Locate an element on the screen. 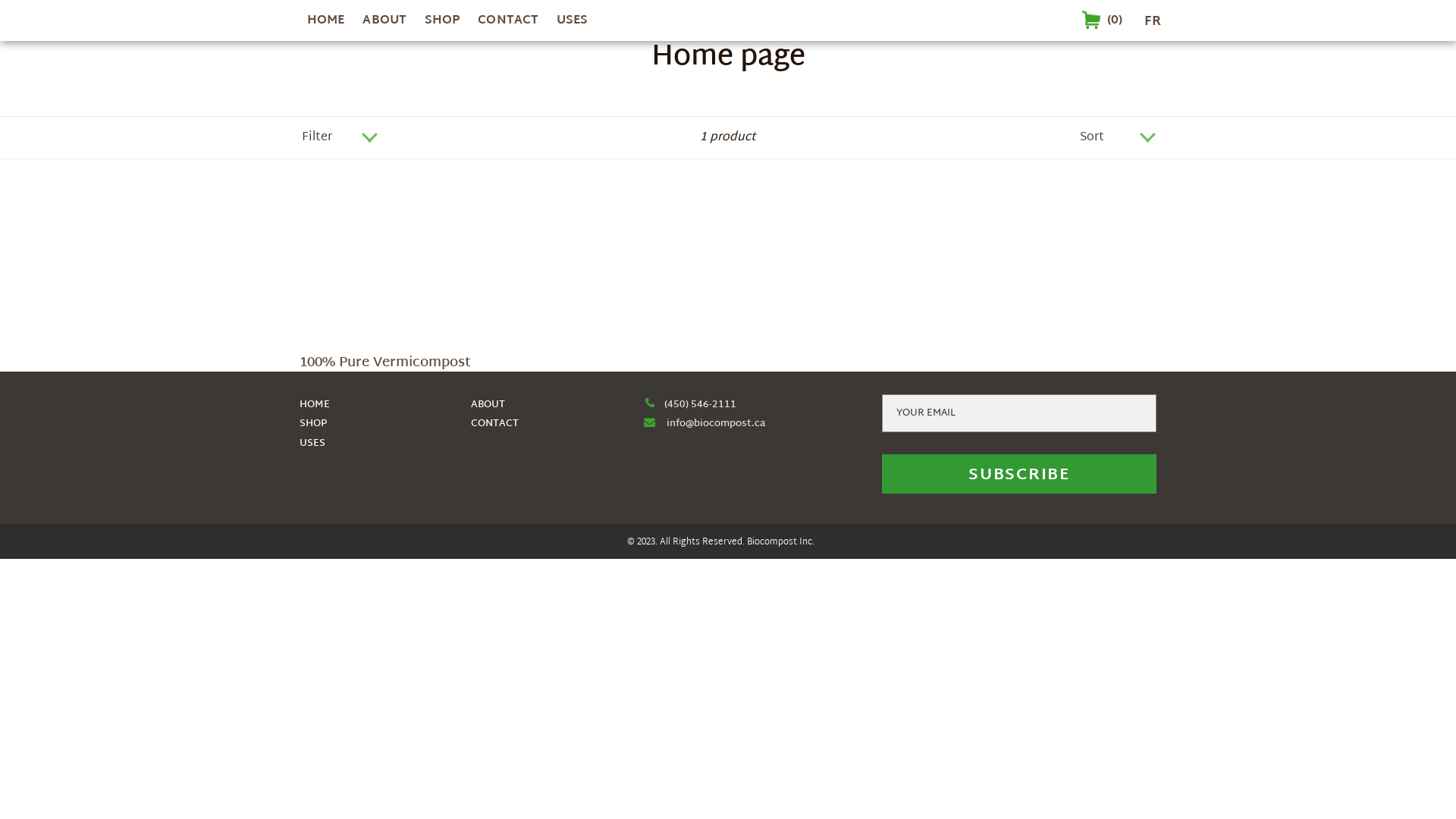  'USES' is located at coordinates (312, 444).